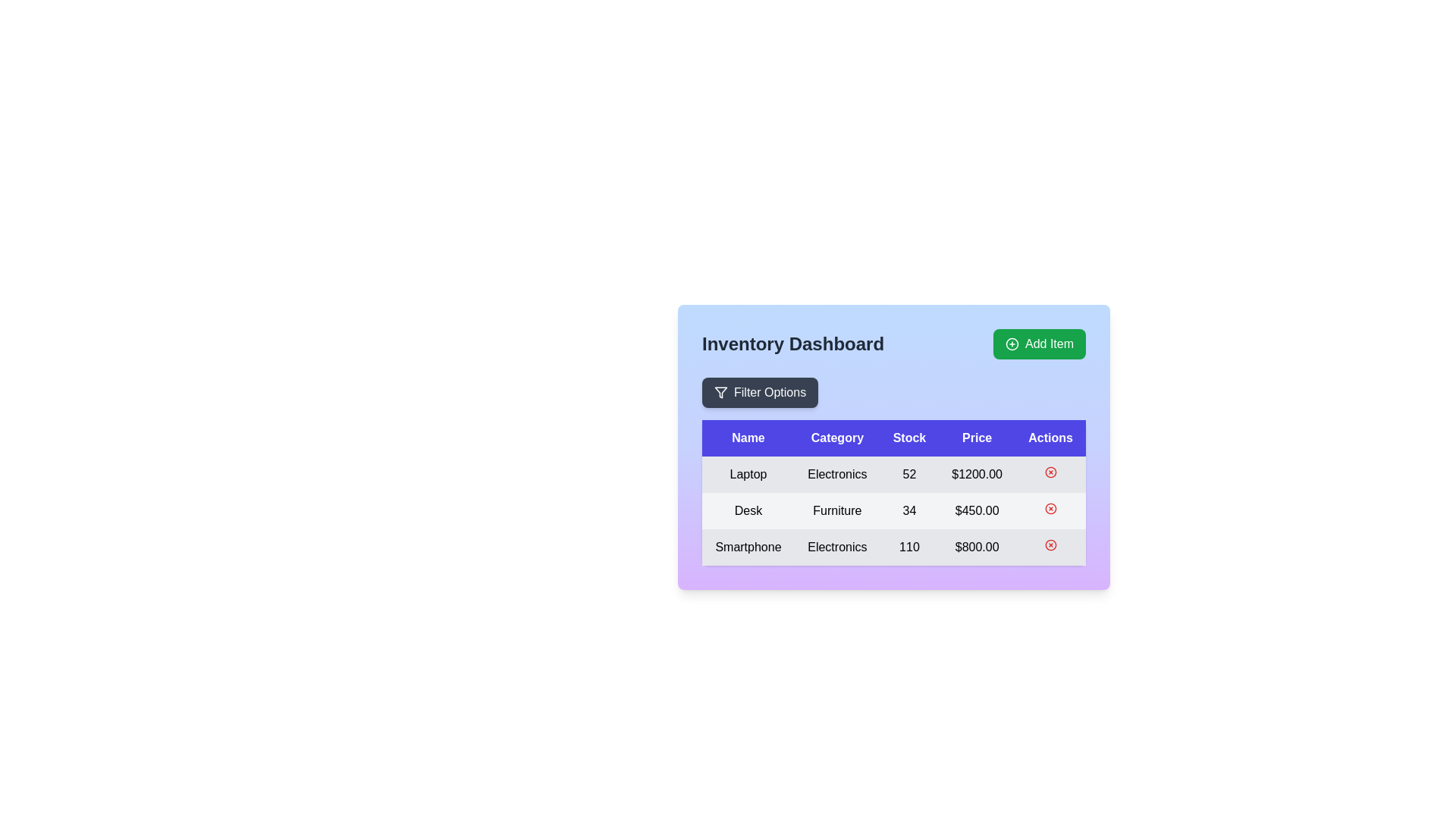  Describe the element at coordinates (894, 473) in the screenshot. I see `the first table row representing the product listing for 'Laptop' in the inventory dashboard` at that location.